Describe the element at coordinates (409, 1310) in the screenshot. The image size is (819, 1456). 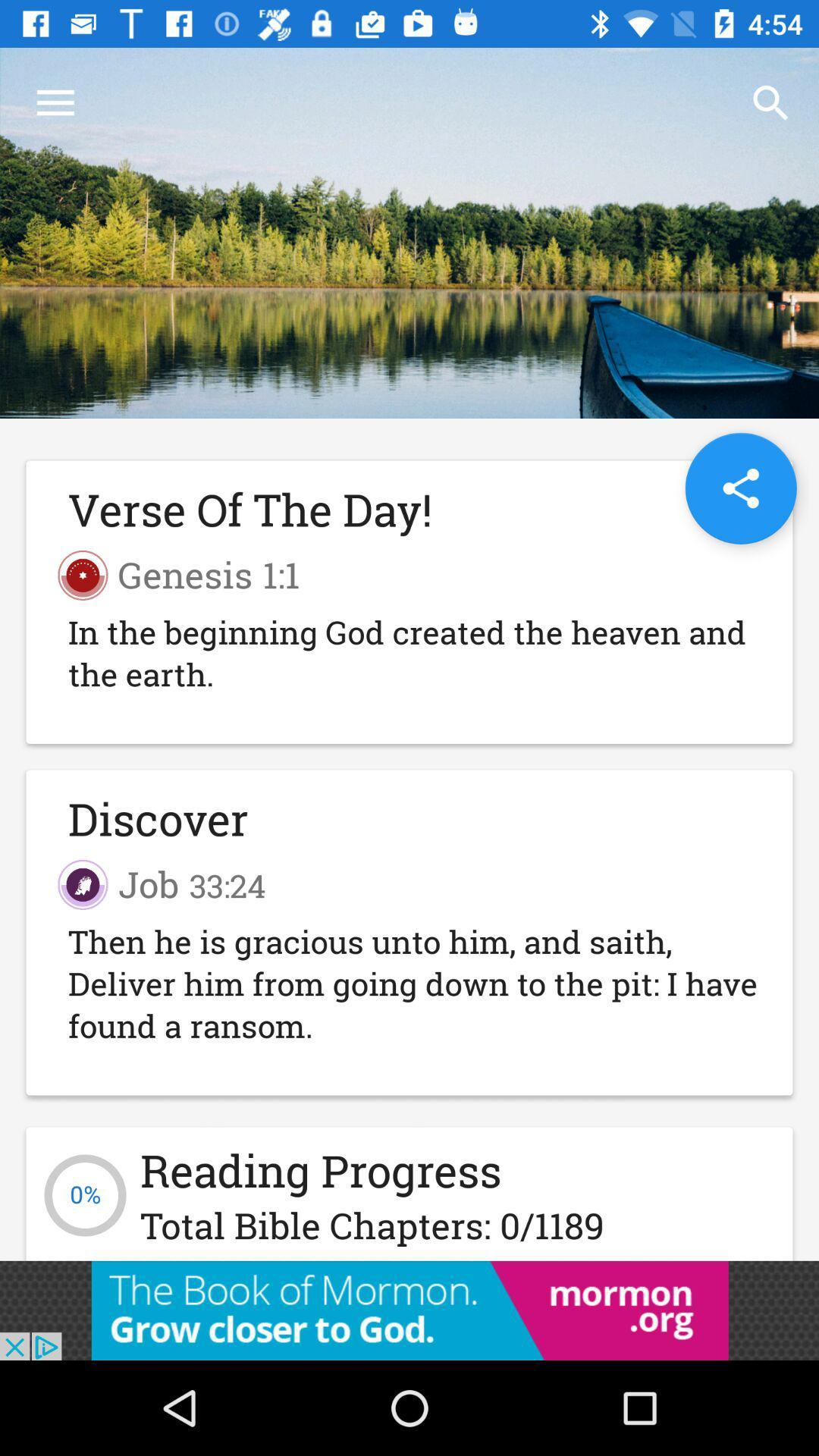
I see `open the advertisement link` at that location.